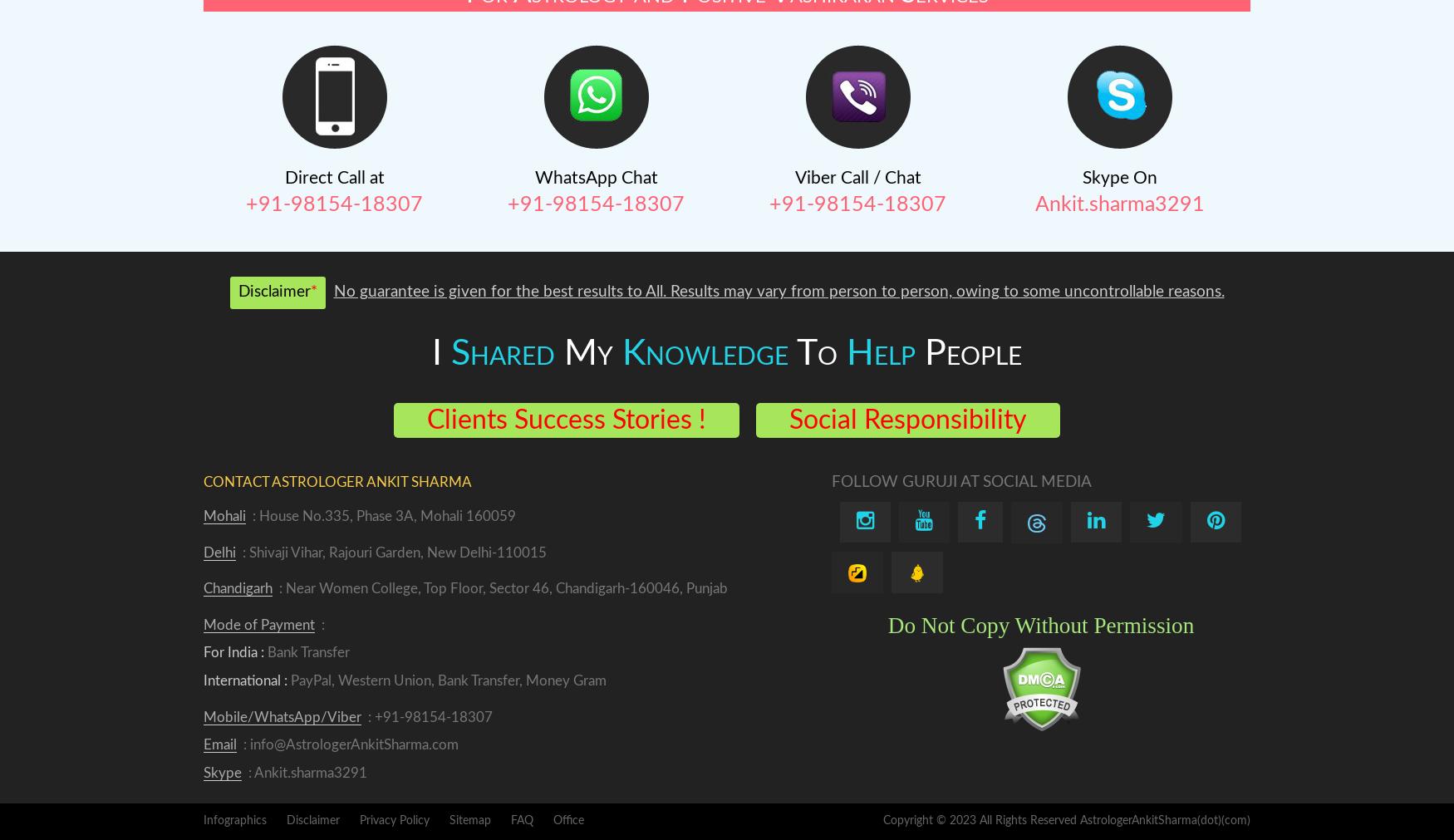  Describe the element at coordinates (233, 651) in the screenshot. I see `'For India :'` at that location.